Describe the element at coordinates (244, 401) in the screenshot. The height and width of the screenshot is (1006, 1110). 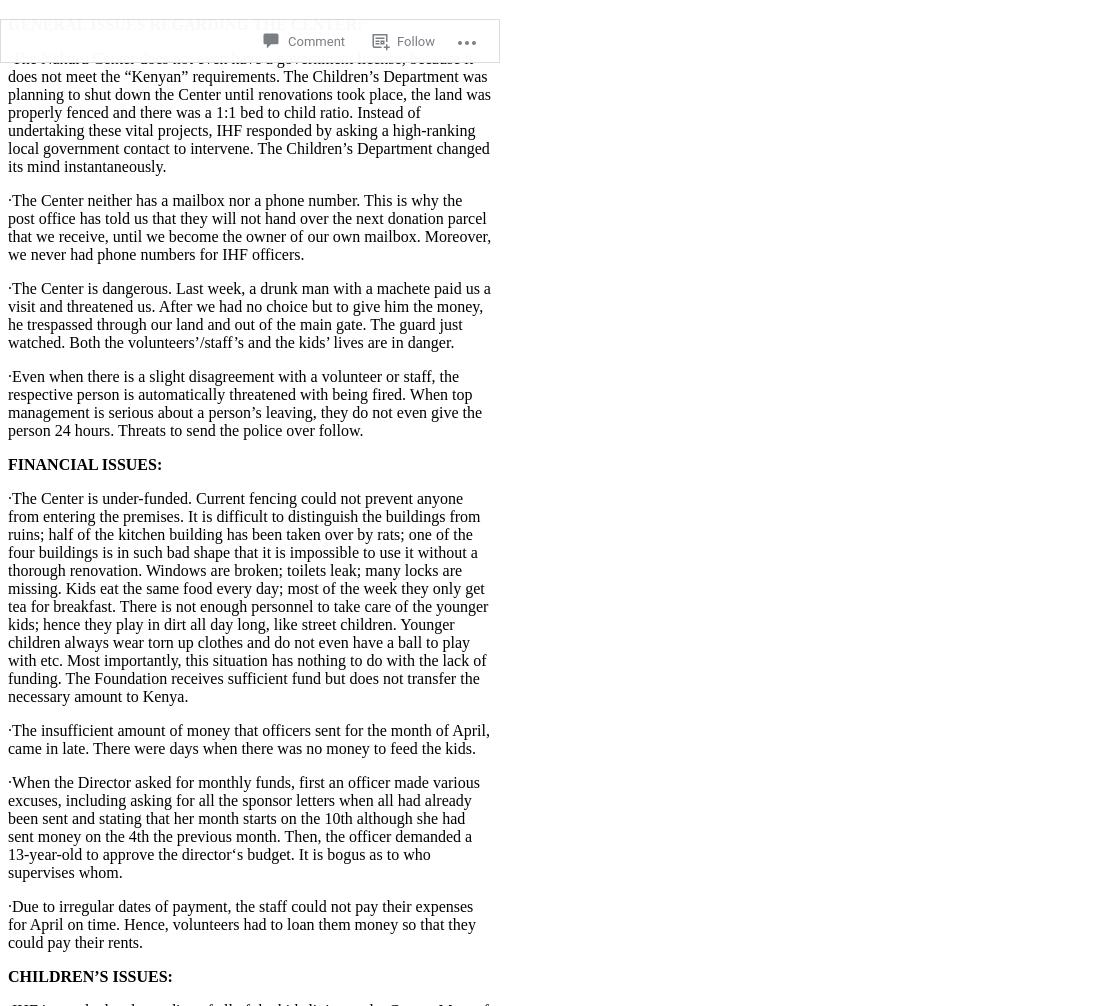
I see `'·Even when there is a slight disagreement with a volunteer or staff, the respective person is automatically threatened with being fired. When top management is serious about a person’s leaving, they do not even give the person 24 hours. Threats to send the police over follow.'` at that location.